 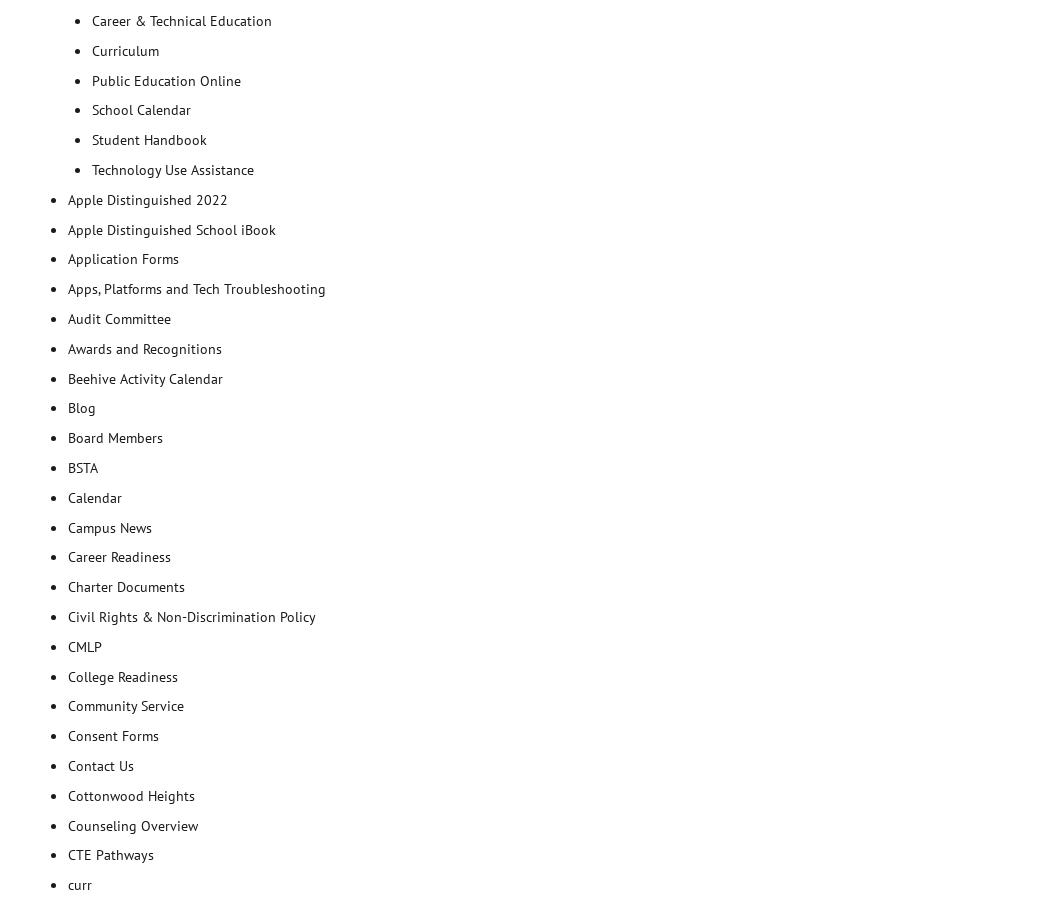 What do you see at coordinates (91, 19) in the screenshot?
I see `'Career & Technical Education'` at bounding box center [91, 19].